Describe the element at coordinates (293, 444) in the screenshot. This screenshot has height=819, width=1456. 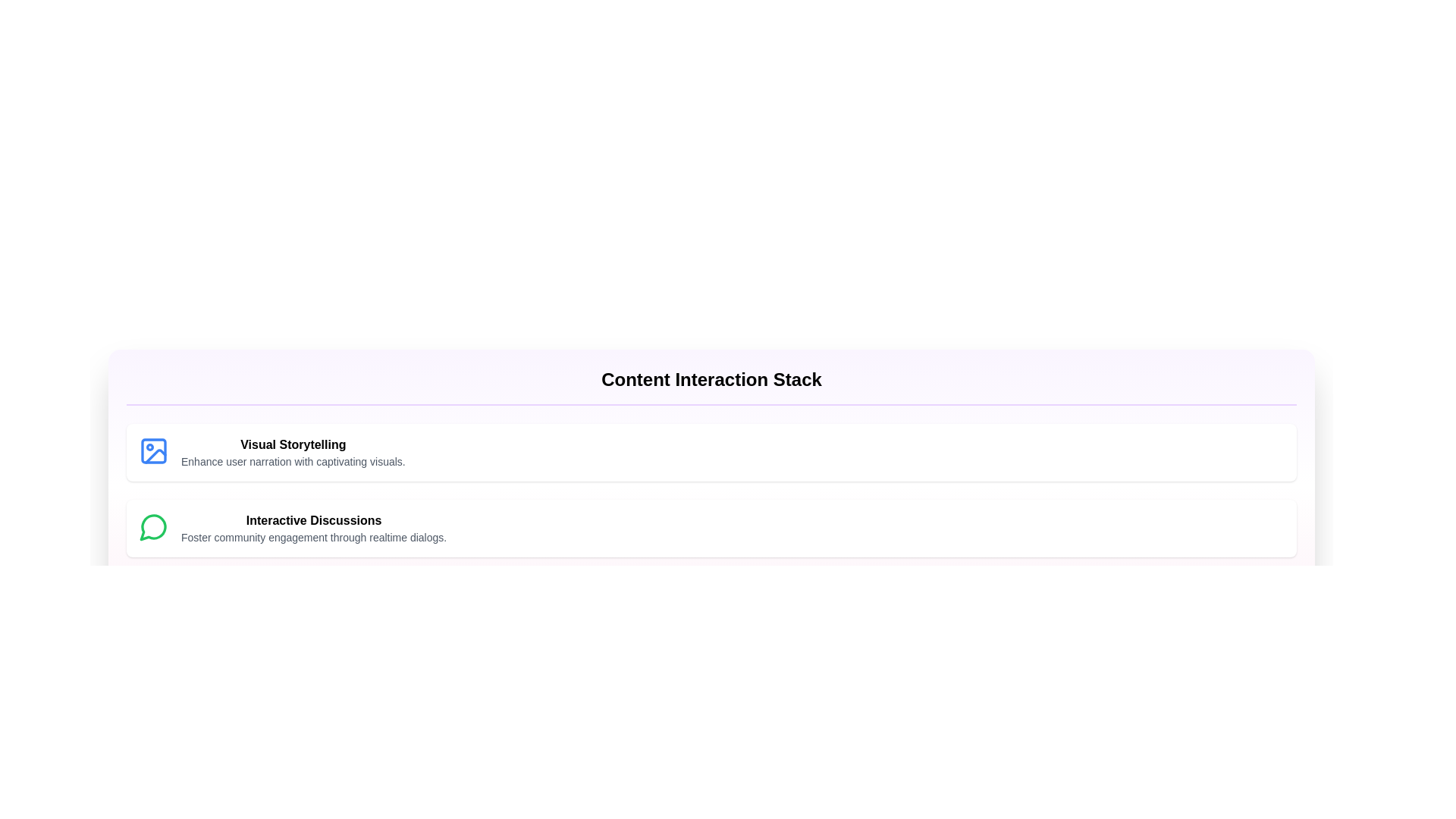
I see `the Text Label displaying 'Visual Storytelling', which is styled in bold and positioned above a descriptive sentence in a features section` at that location.